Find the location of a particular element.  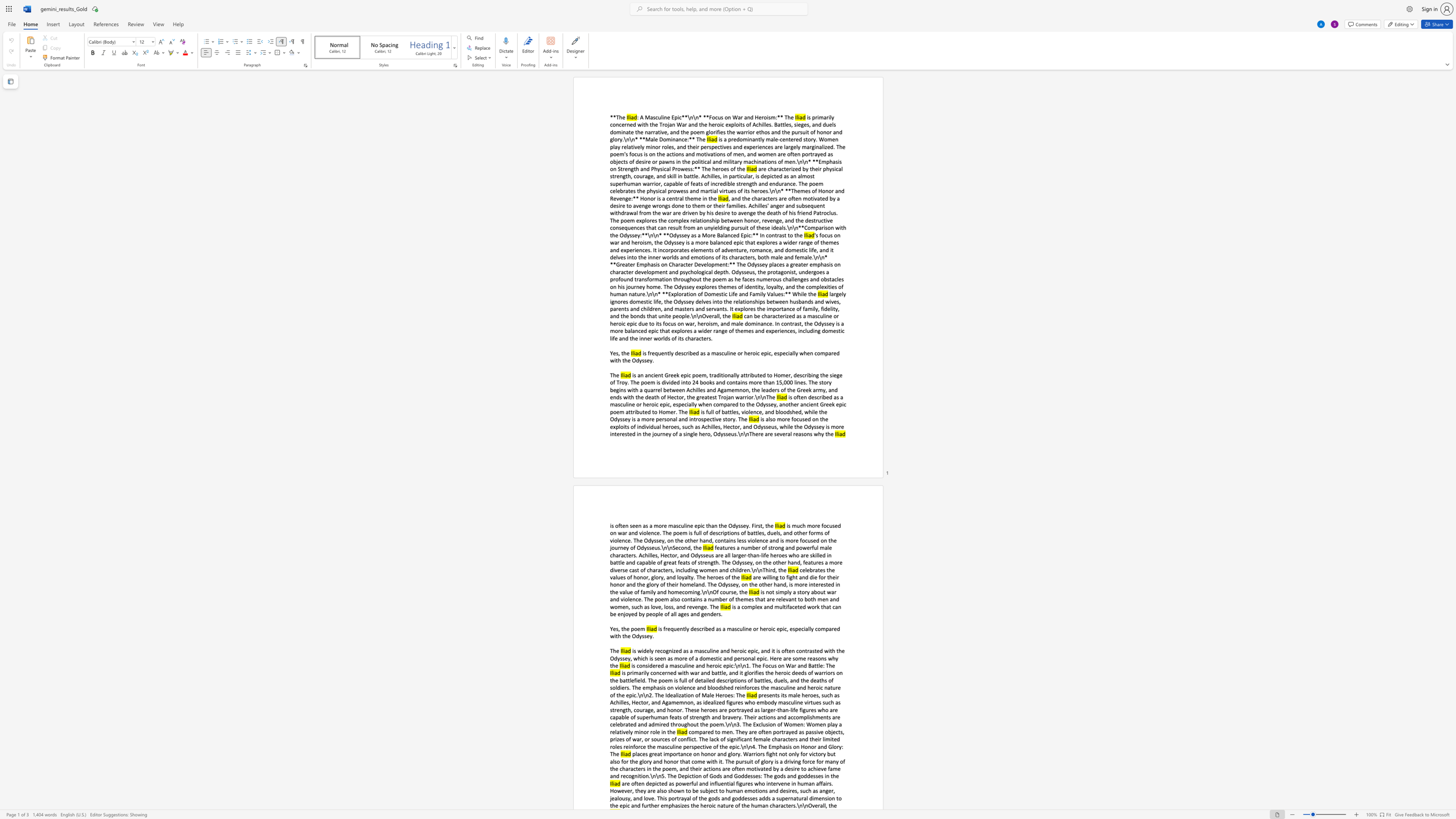

the subset text "us on war and heroism, the Odyssey is a more balanced epic that explores a wider range of themes and experiences. It incorporates elements of adventure, romance" within the text "'s focus on war and heroism, the Odyssey is a more balanced epic that explores a wider range of themes and experiences. It incorporates elements of adventure, romance, and domestic life, and it delves into the inner worlds and emotions of its characters, both male and female.\n\n* **Greater Emphasis on Character Development:** The Odyssey places a greater emphasis on character development and psychological depth. Odysseus, the protagonist, undergoes a profound transformation throughout the poem as he faces numerous challenges and obstacles on his journey home. The Odyssey explores themes of identity, loyalty, and the complexities of human nature.\n\n* **Exploration of Domestic Life and Family Values:** While the" is located at coordinates (826, 235).